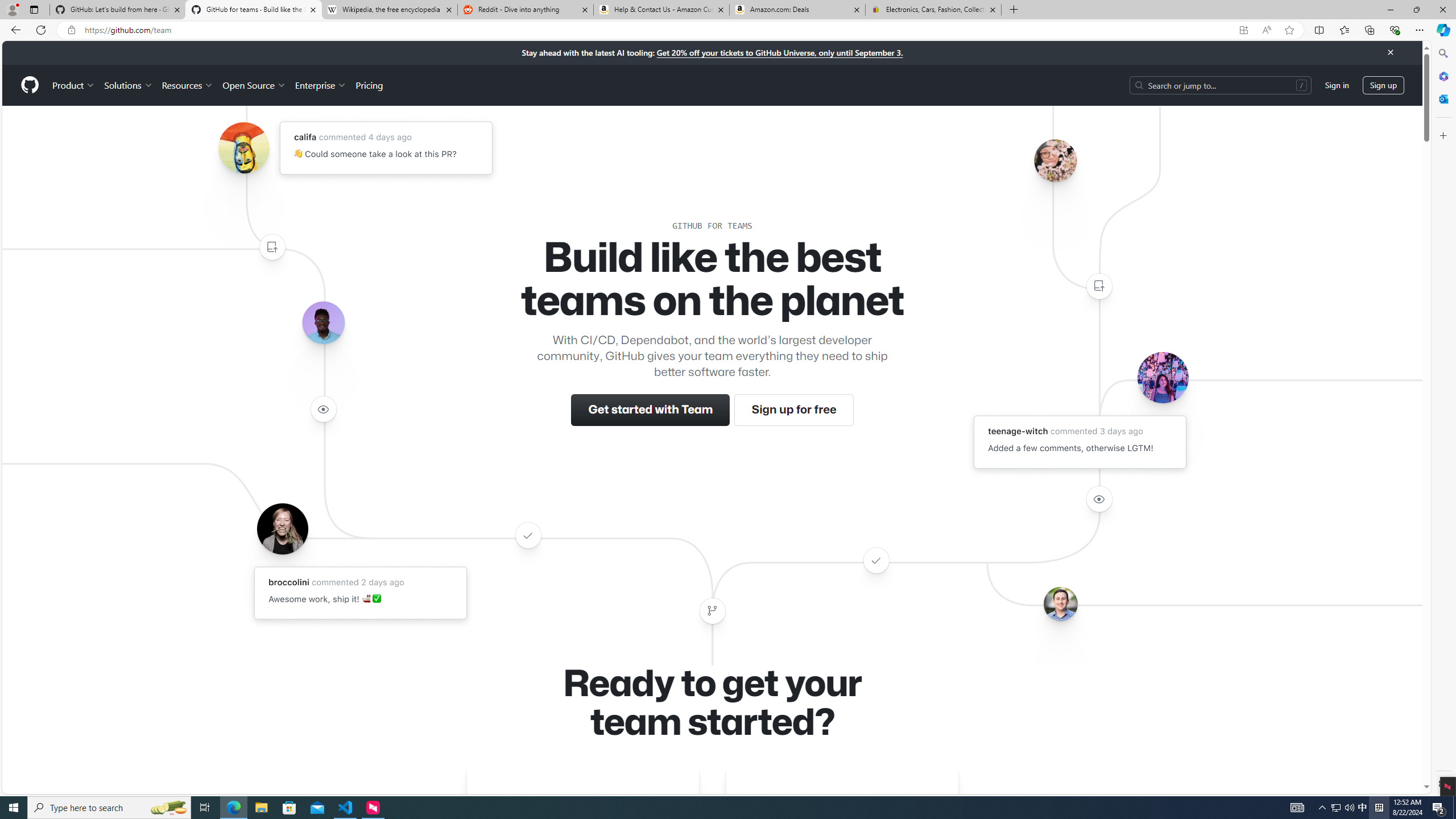 Image resolution: width=1456 pixels, height=819 pixels. What do you see at coordinates (74, 85) in the screenshot?
I see `'Product'` at bounding box center [74, 85].